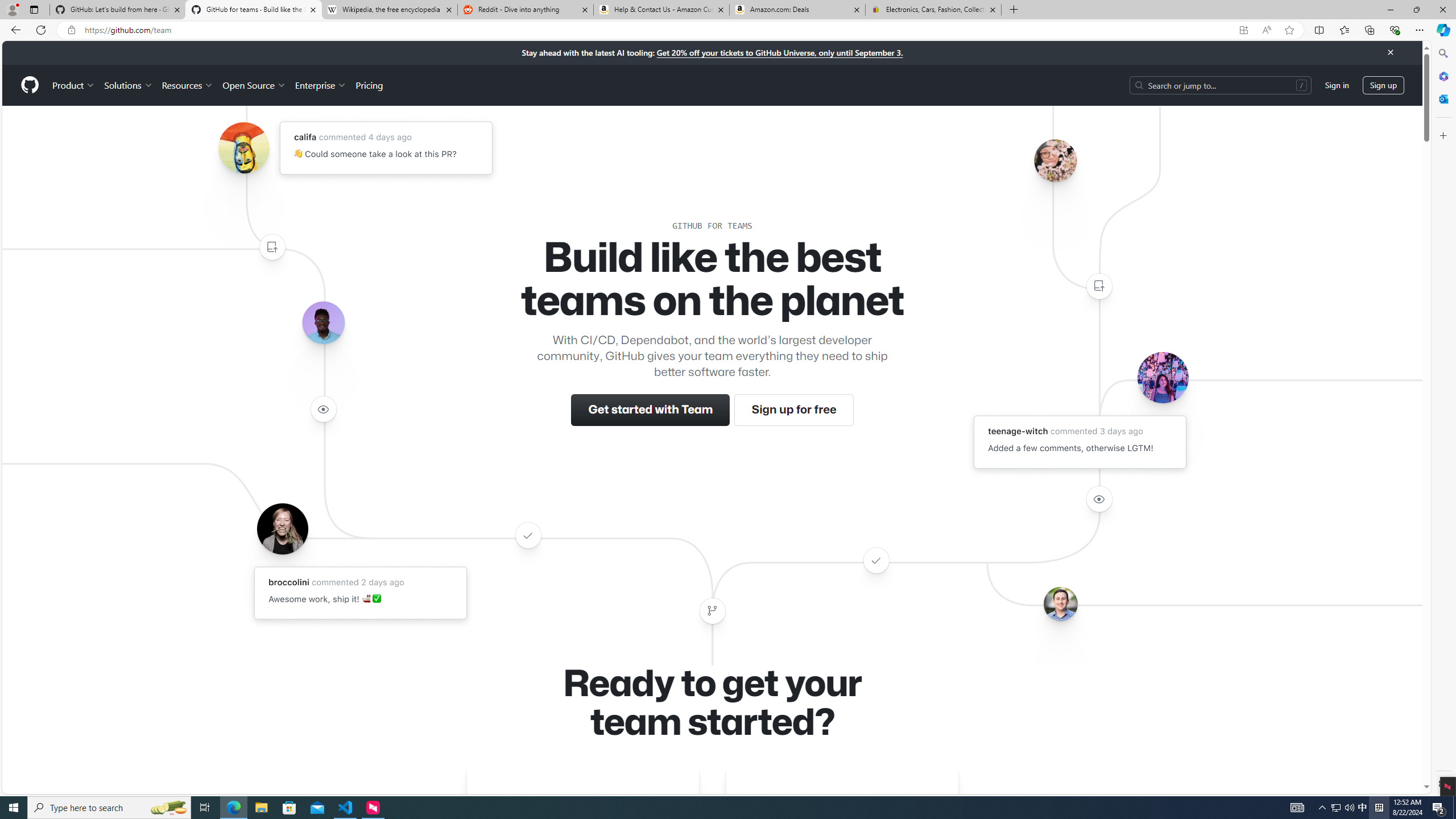 Image resolution: width=1456 pixels, height=819 pixels. What do you see at coordinates (74, 85) in the screenshot?
I see `'Product'` at bounding box center [74, 85].